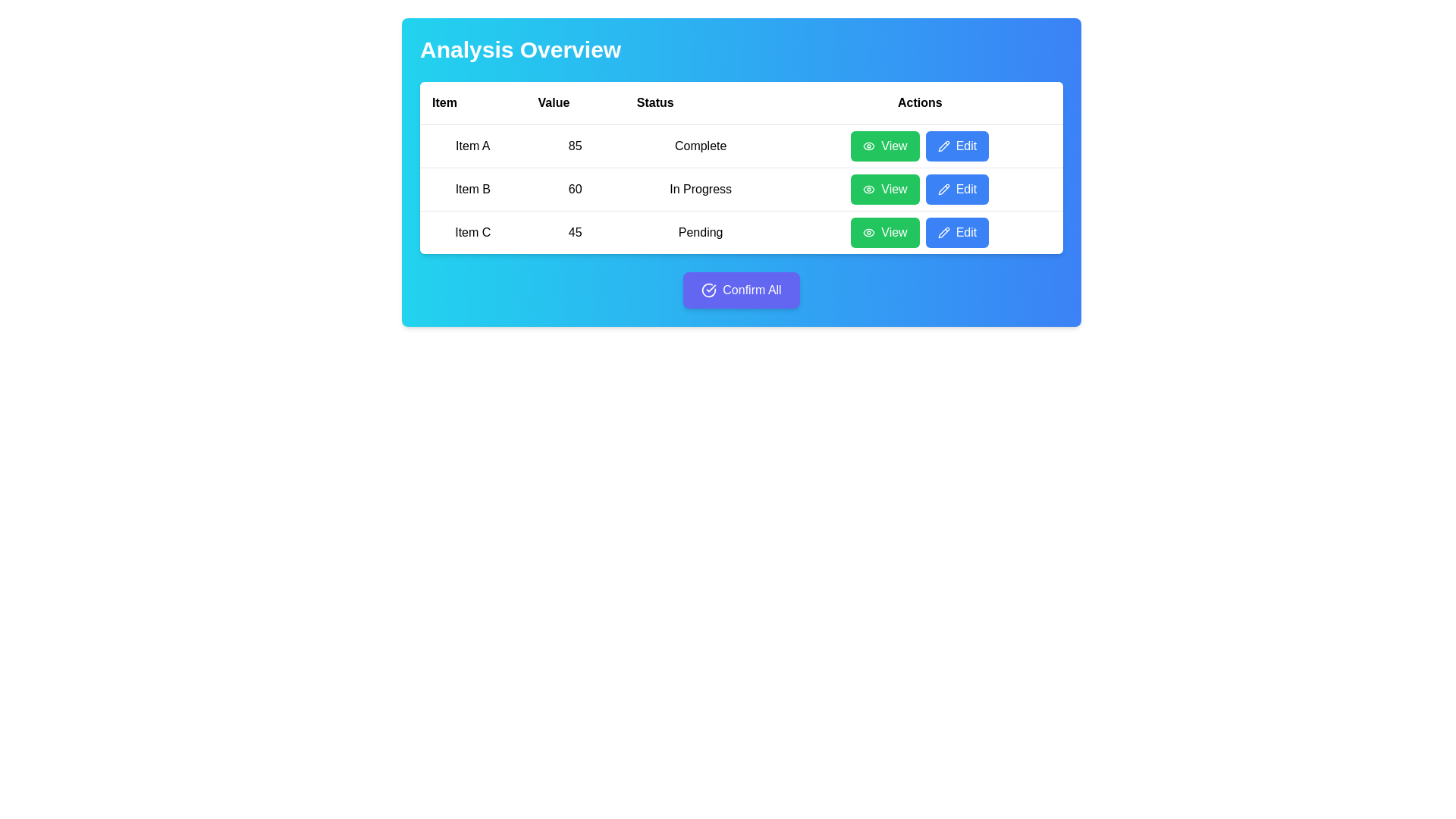 The width and height of the screenshot is (1456, 819). I want to click on the text display showing the numeric value '60' in the 'Value' column of the row labeled 'Item B', so click(574, 189).